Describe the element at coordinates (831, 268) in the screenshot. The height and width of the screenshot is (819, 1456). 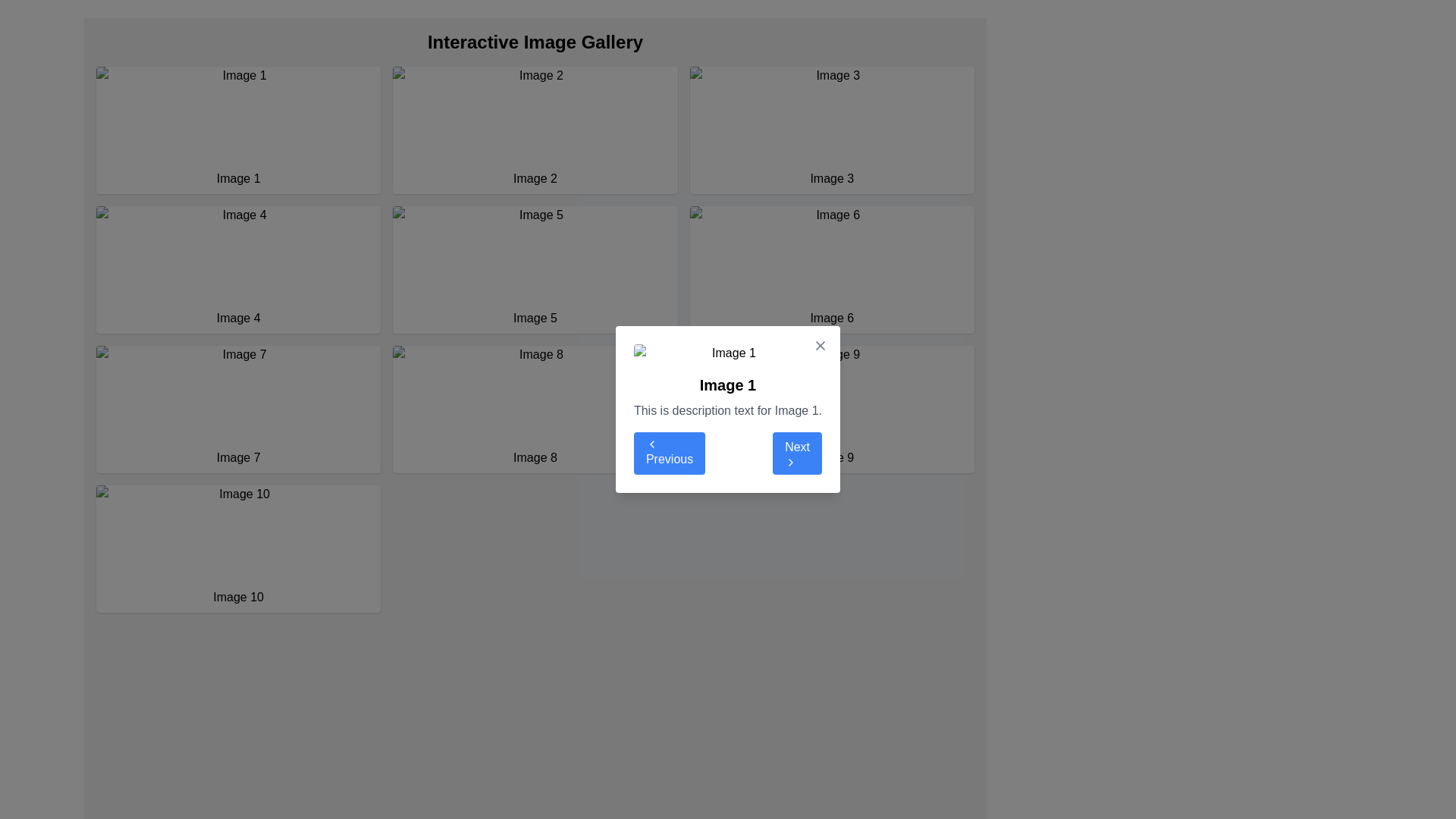
I see `the Image card located on the right side of the second row in the 3-column image gallery` at that location.